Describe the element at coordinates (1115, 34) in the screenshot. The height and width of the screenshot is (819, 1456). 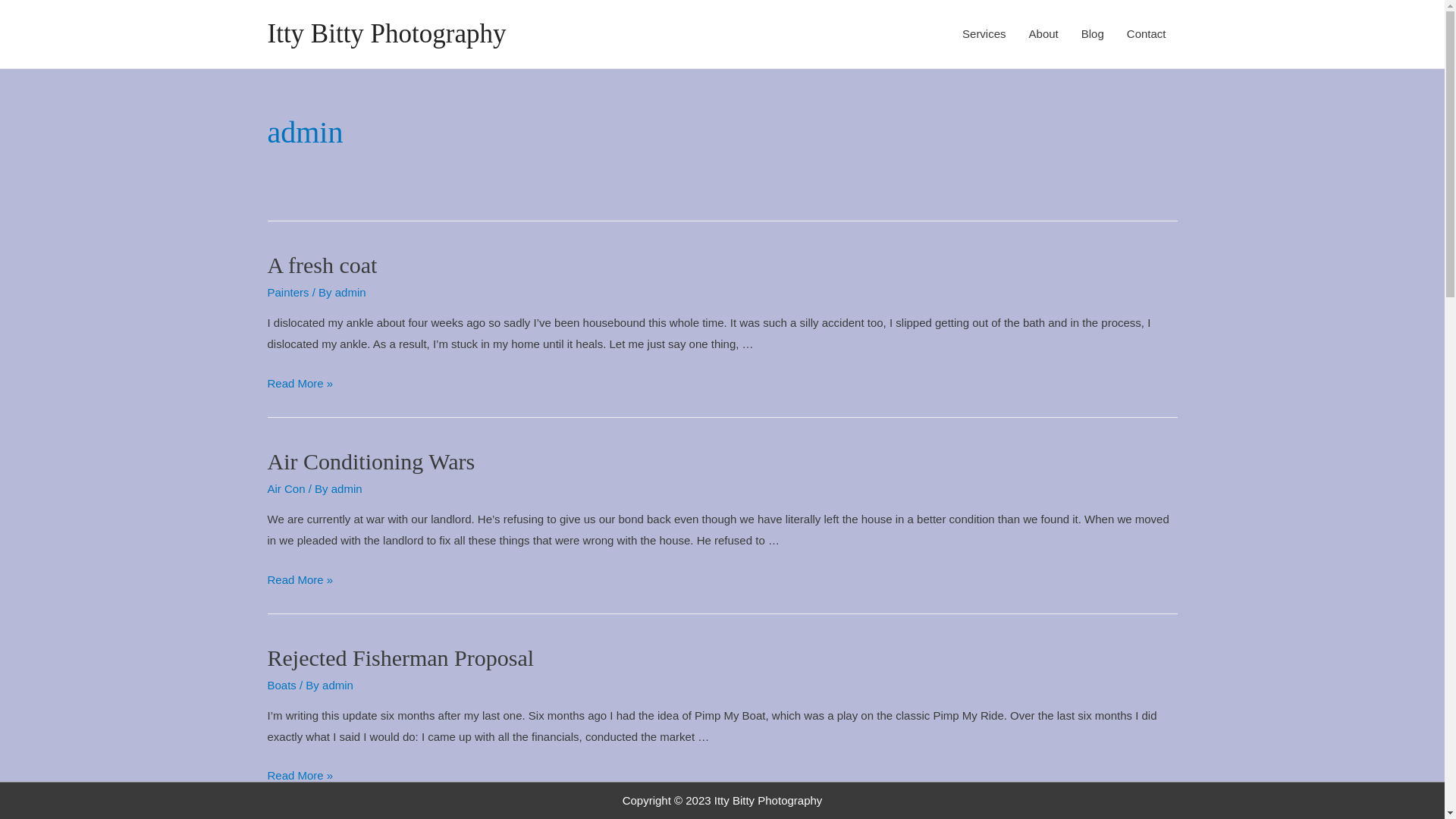
I see `'Contact'` at that location.